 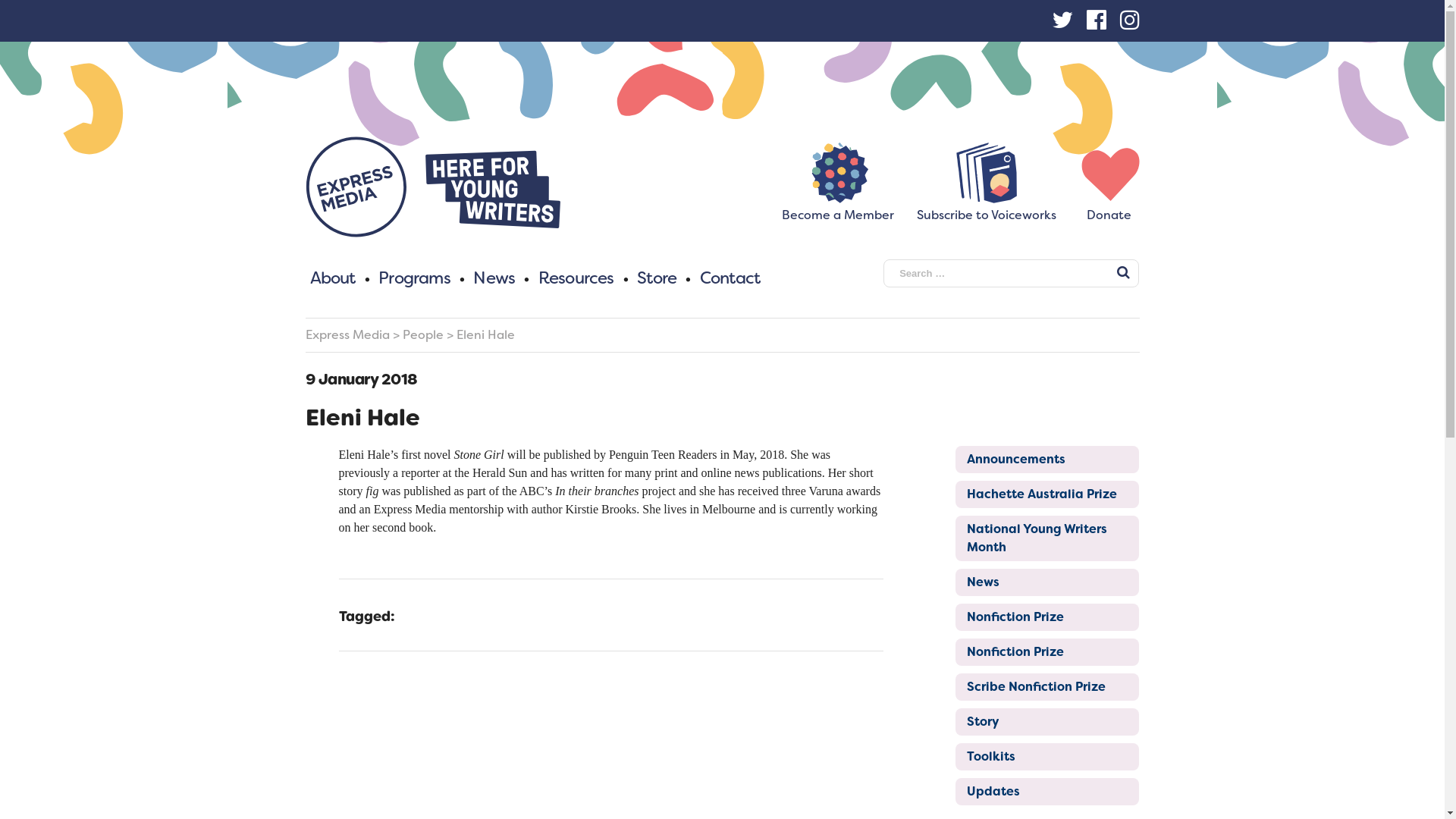 What do you see at coordinates (1011, 273) in the screenshot?
I see `'Search for:'` at bounding box center [1011, 273].